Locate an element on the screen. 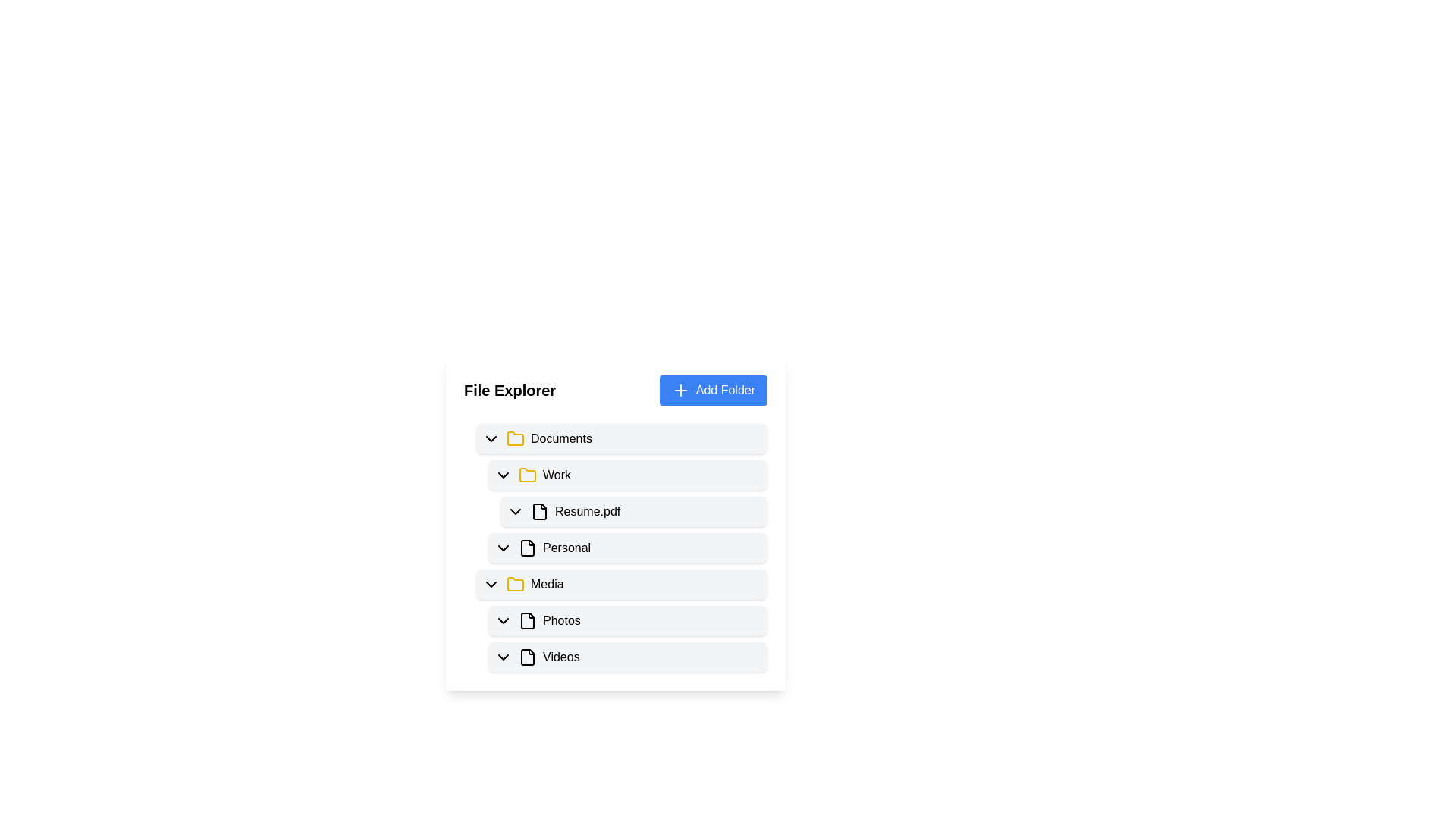 The height and width of the screenshot is (819, 1456). on the interactive list item representing the 'Videos' category in the Media section is located at coordinates (622, 654).